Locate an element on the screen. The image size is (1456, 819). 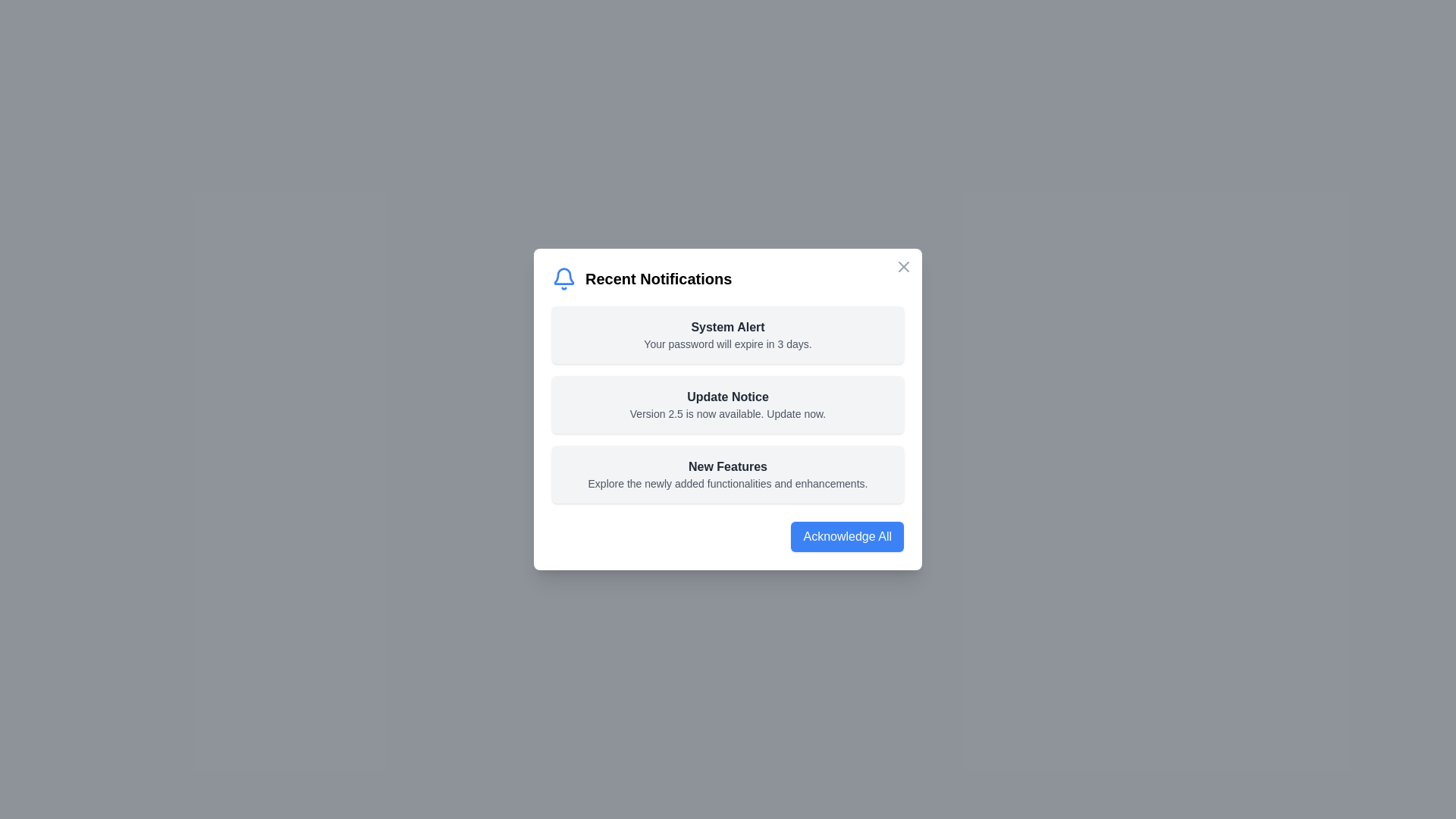
the close button located at the top-right corner of the notification dialog is located at coordinates (903, 265).